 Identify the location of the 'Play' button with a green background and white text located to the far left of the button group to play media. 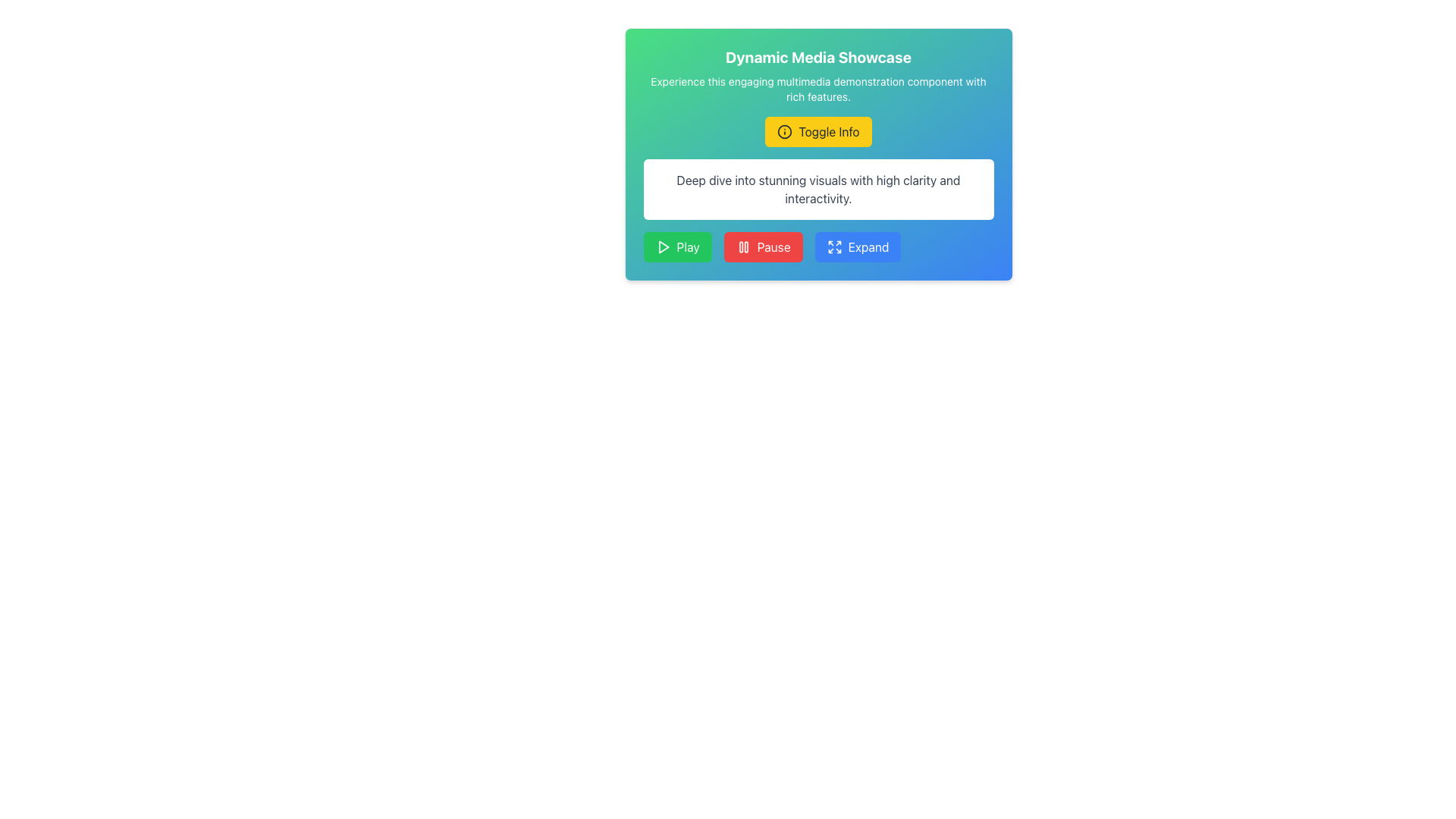
(676, 246).